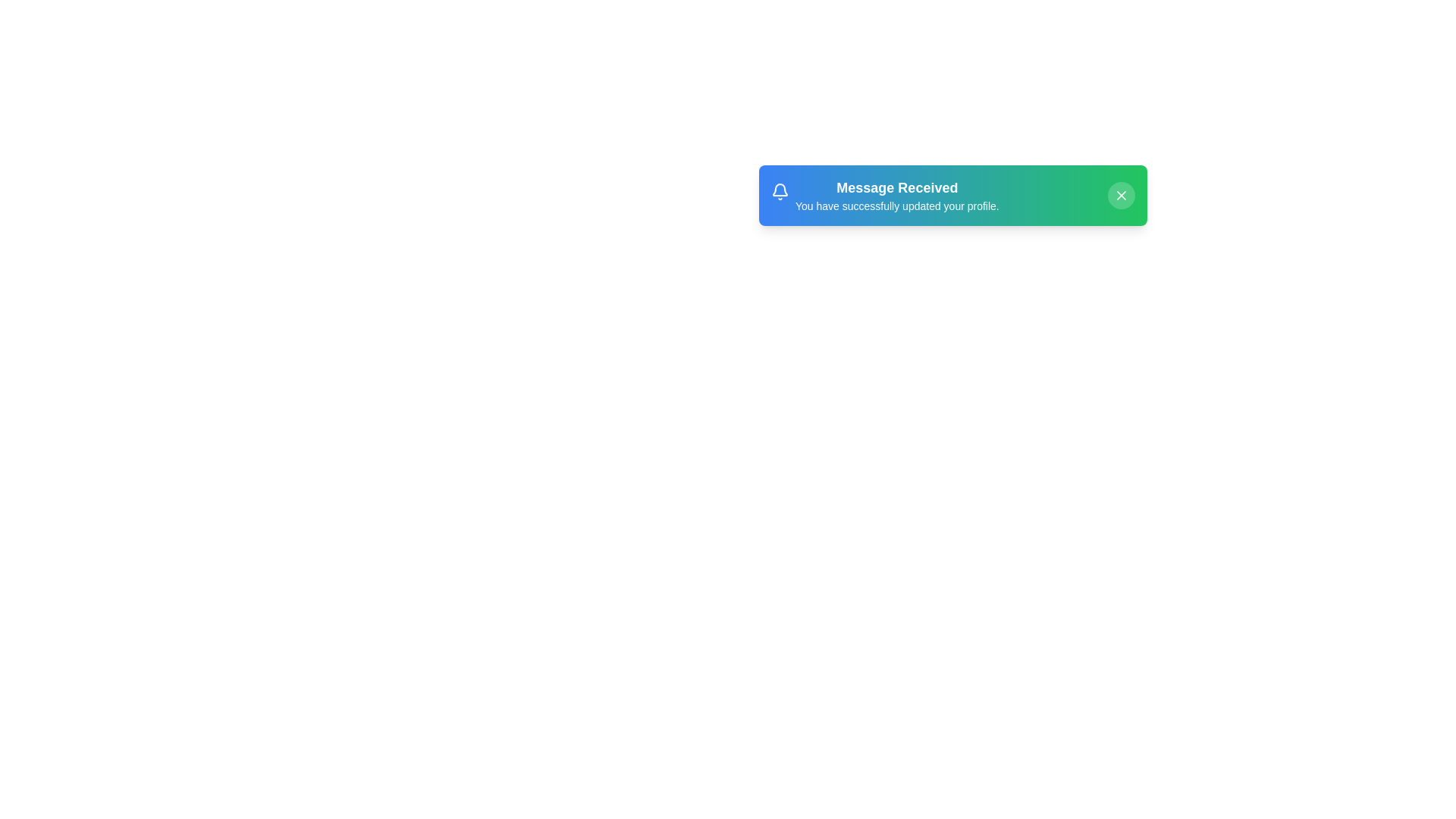 The width and height of the screenshot is (1456, 819). Describe the element at coordinates (780, 193) in the screenshot. I see `the notification bell icon in the snackbar` at that location.